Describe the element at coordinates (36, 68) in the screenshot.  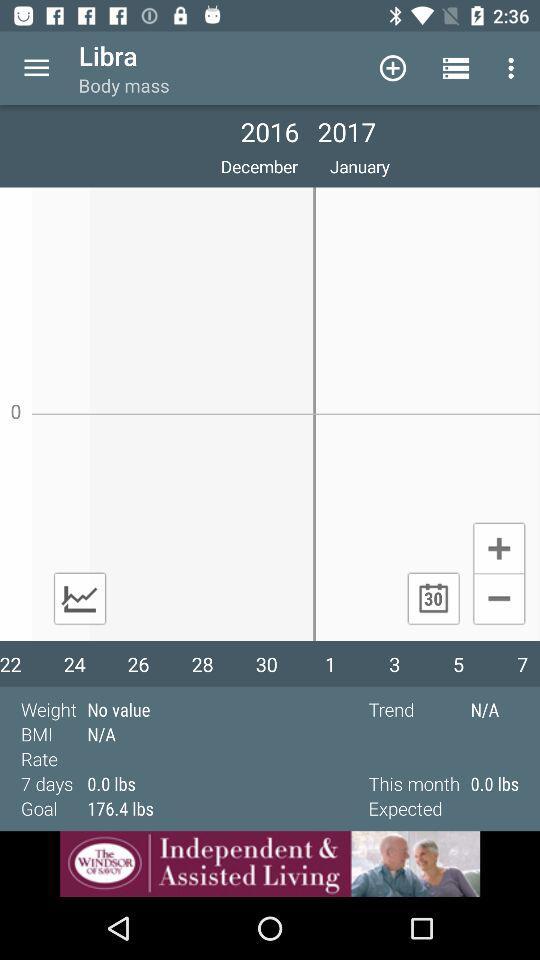
I see `drop down menu button` at that location.